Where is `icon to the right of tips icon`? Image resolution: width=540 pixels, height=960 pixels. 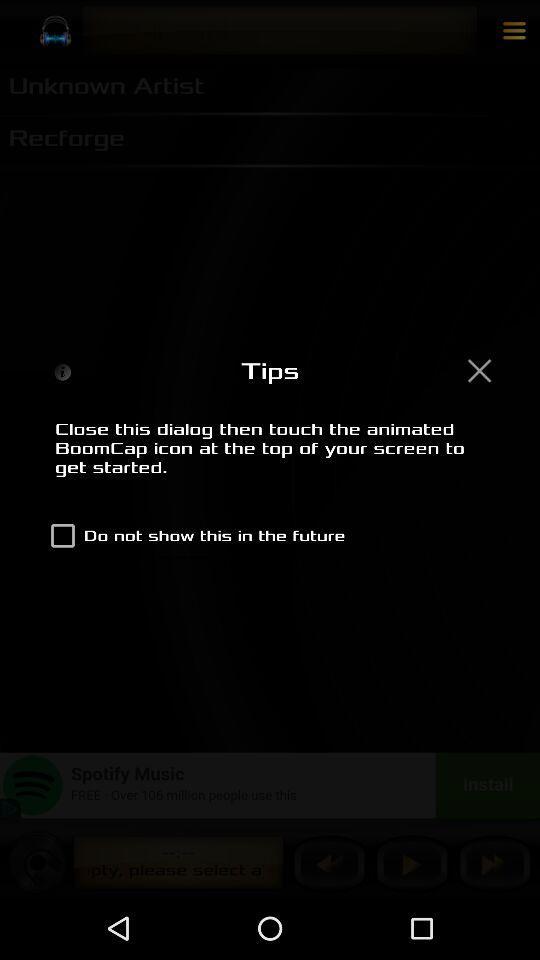
icon to the right of tips icon is located at coordinates (478, 369).